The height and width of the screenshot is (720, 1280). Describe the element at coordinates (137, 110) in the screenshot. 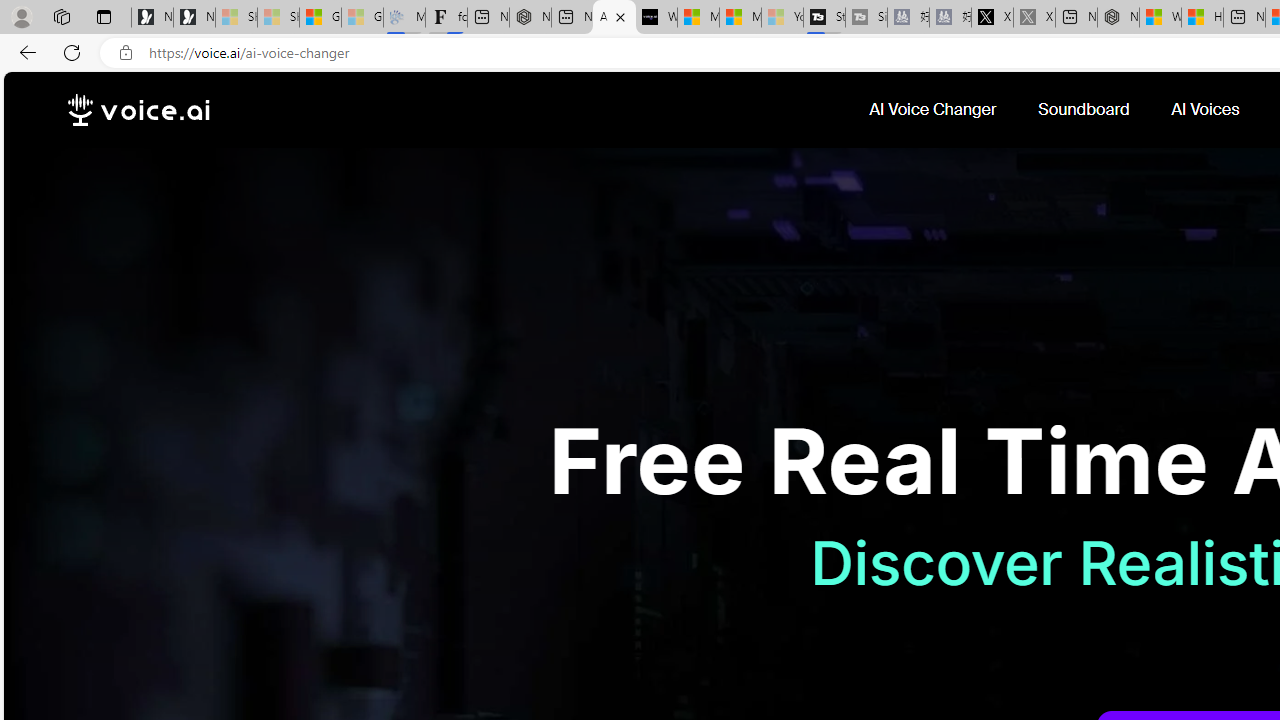

I see `'voice.ai'` at that location.